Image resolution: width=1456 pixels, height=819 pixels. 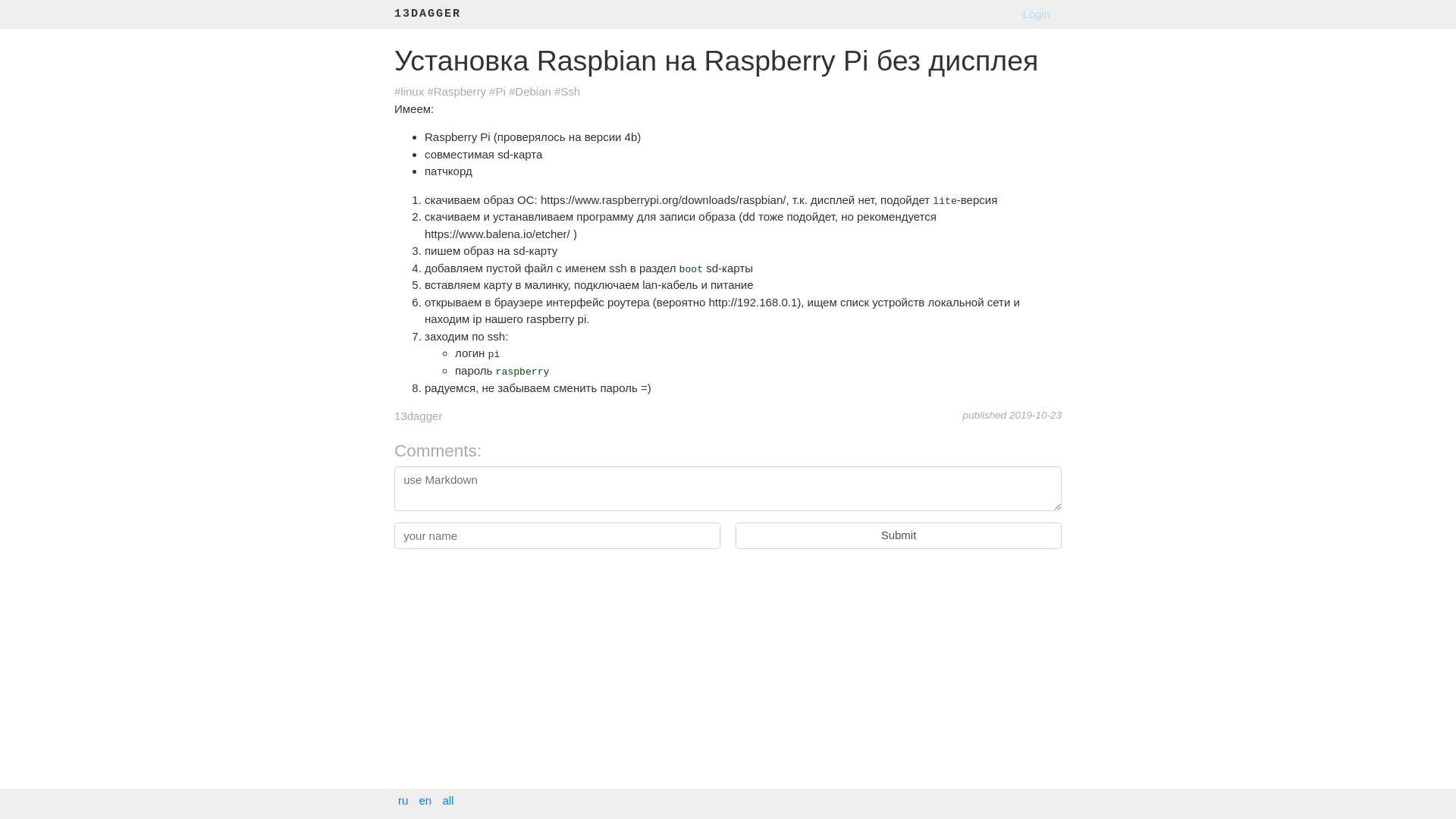 I want to click on 'ru', so click(x=403, y=800).